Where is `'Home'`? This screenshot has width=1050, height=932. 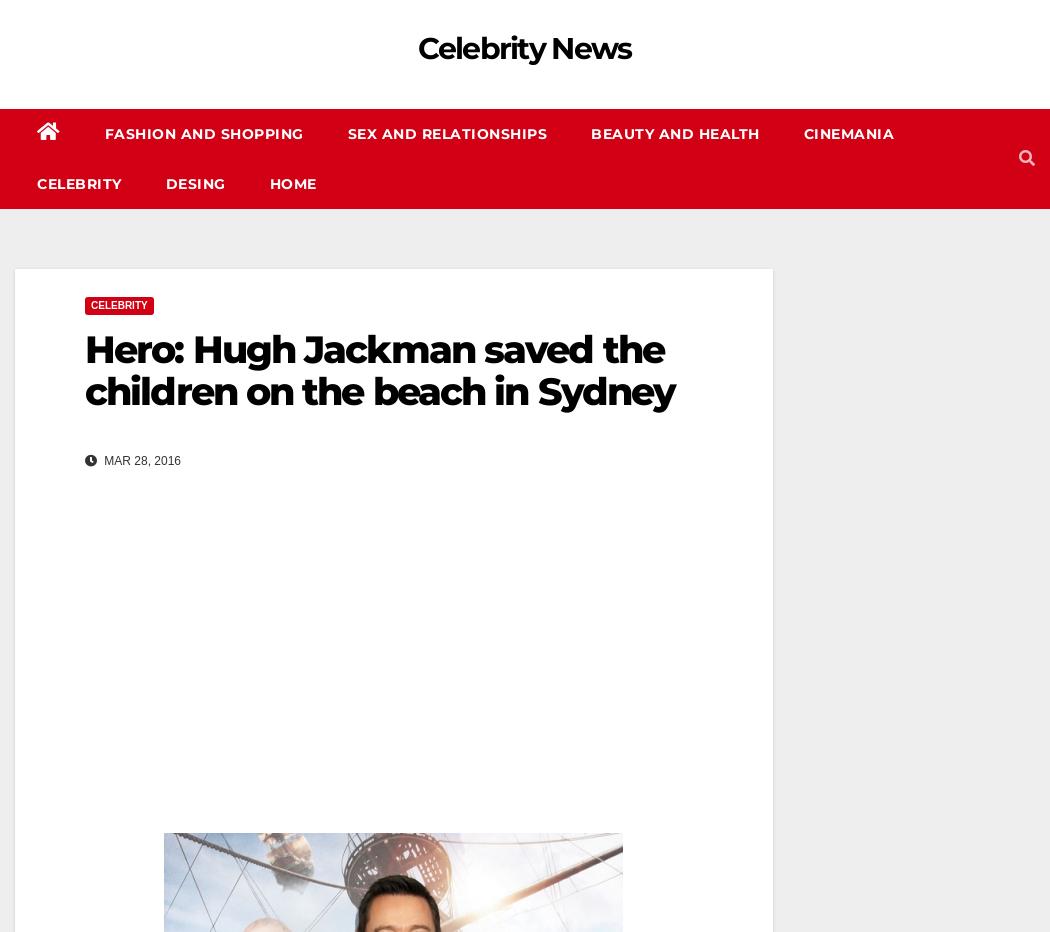 'Home' is located at coordinates (291, 183).